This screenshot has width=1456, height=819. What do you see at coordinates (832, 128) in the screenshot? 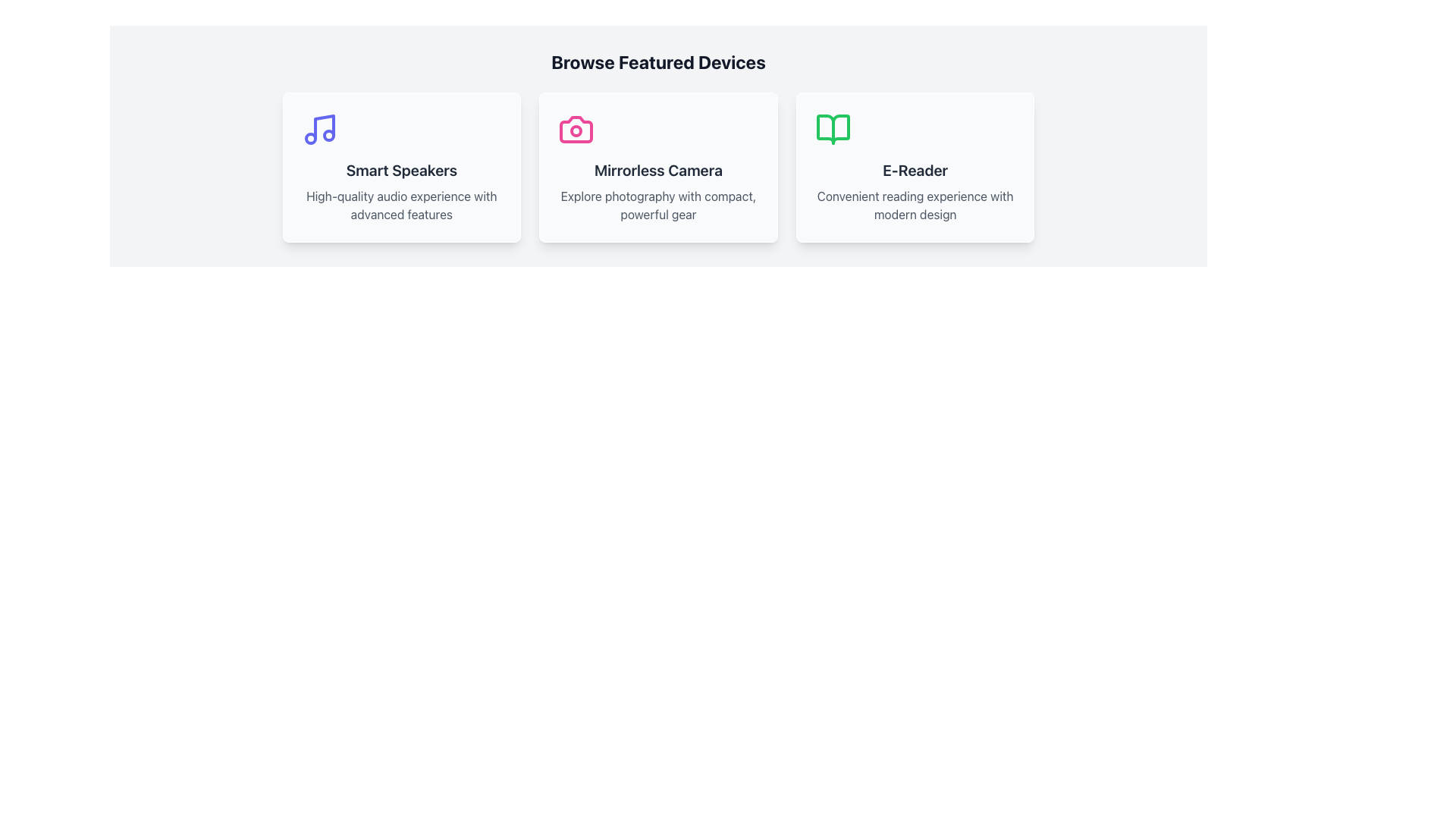
I see `the green book icon in the 'E-Reader' section` at bounding box center [832, 128].